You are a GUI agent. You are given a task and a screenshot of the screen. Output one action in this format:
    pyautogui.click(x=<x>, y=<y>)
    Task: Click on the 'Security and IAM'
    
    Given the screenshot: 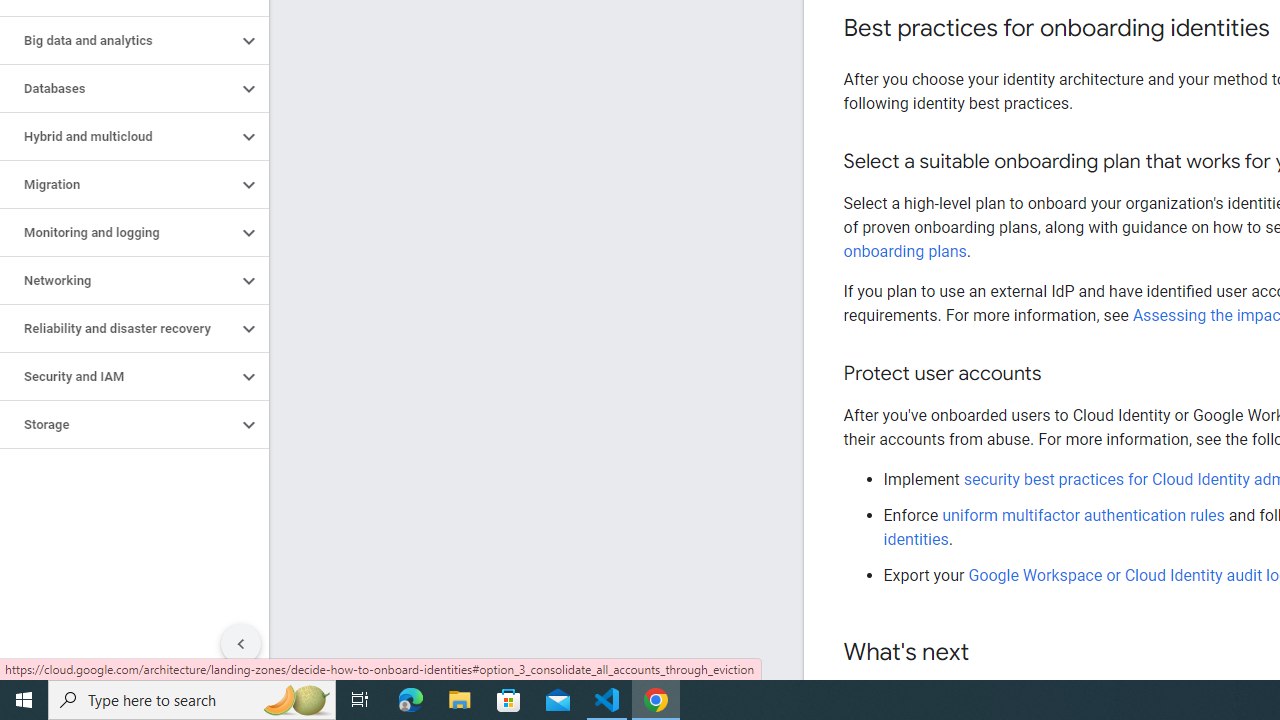 What is the action you would take?
    pyautogui.click(x=117, y=376)
    